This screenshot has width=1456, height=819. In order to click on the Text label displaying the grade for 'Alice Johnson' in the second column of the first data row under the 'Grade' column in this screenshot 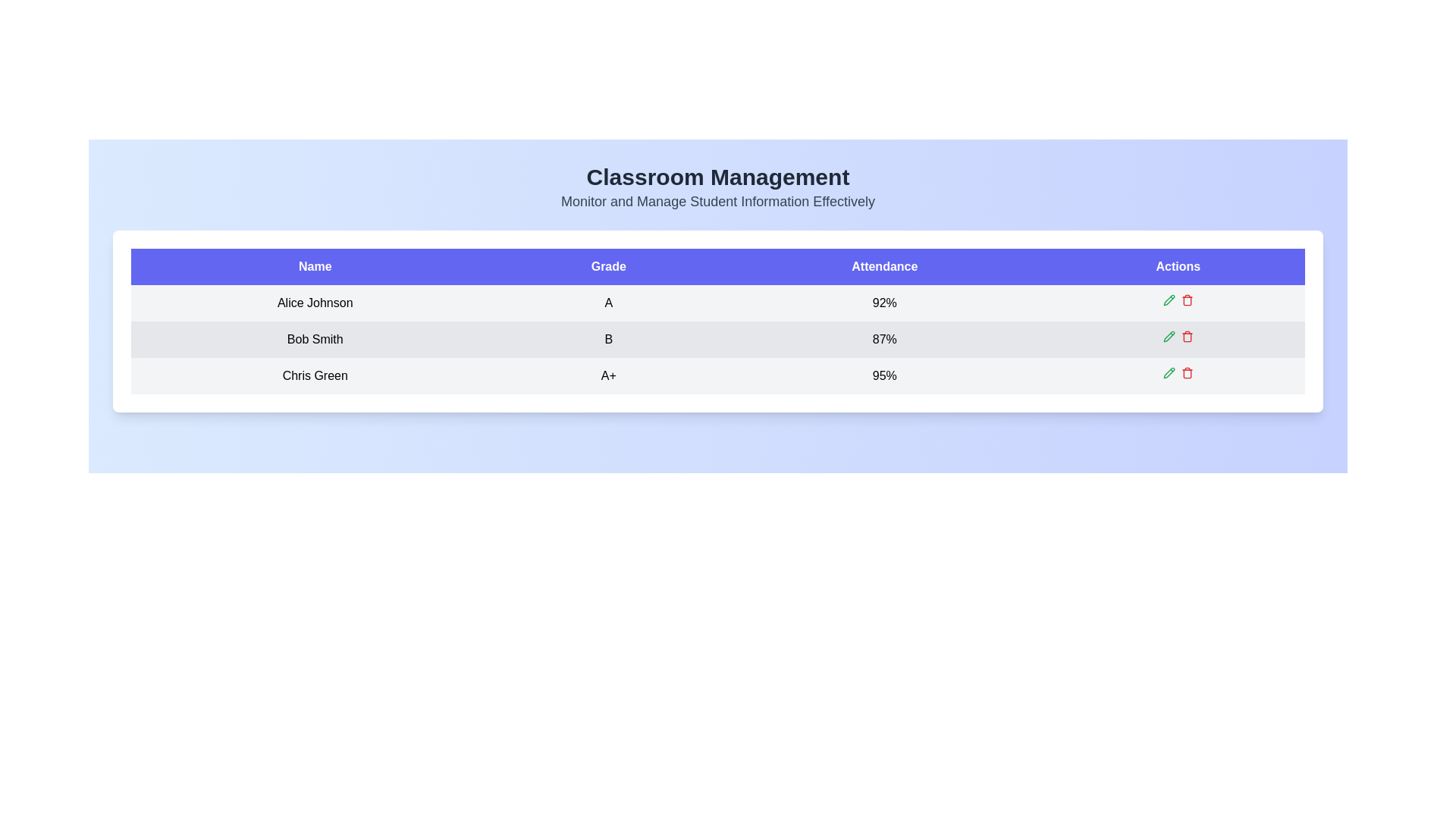, I will do `click(608, 303)`.